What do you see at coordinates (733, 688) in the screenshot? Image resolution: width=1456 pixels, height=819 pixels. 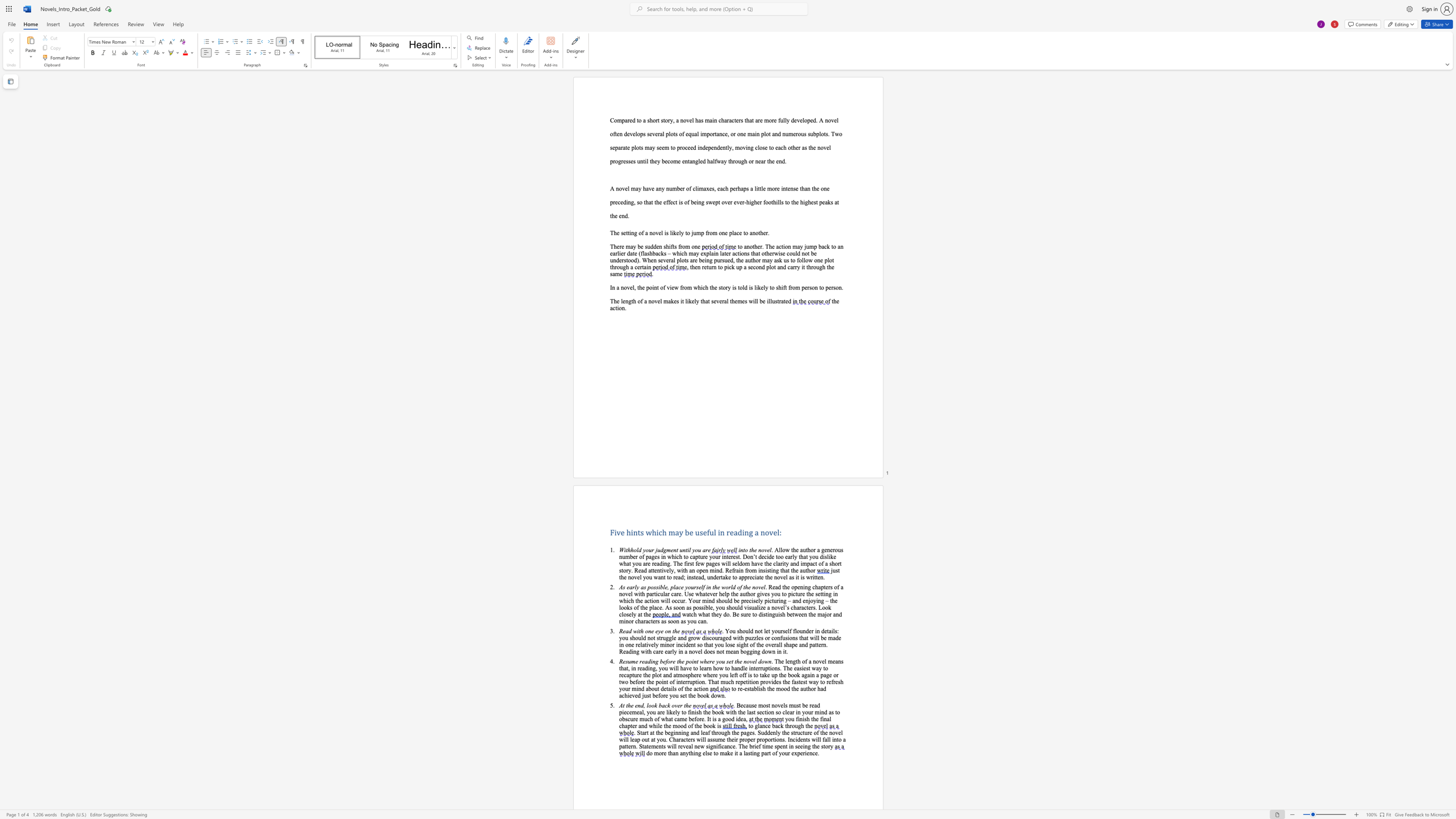 I see `the subset text "o re-establish the mood the author had achiev" within the text "to re-establish the mood the author had achieved just before you set the book down."` at bounding box center [733, 688].